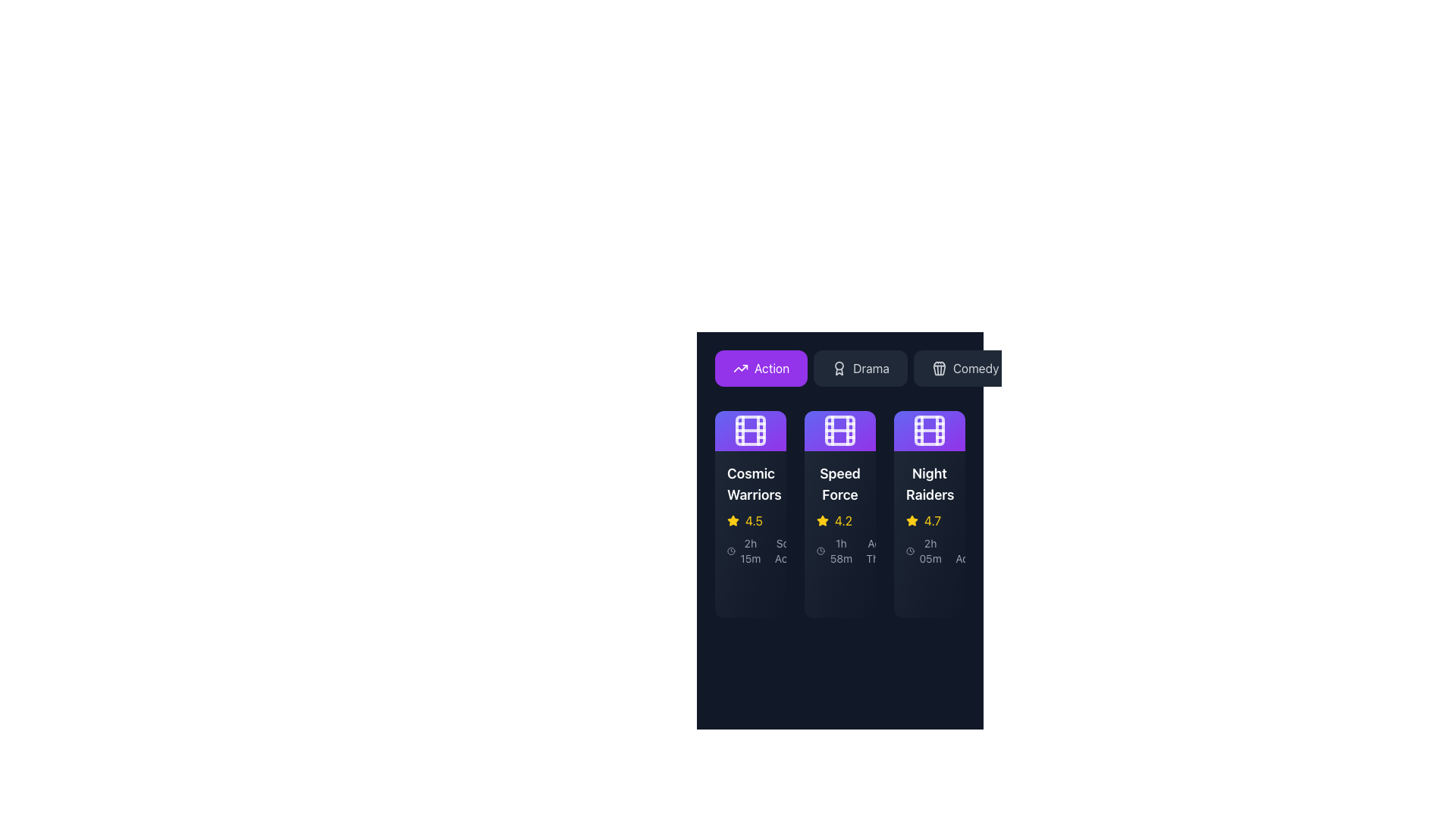 Image resolution: width=1456 pixels, height=819 pixels. I want to click on the visual indicator located directly below the 'Speed Force' card in the 'Cosmic Warriors' group, indicating its active state, so click(822, 589).